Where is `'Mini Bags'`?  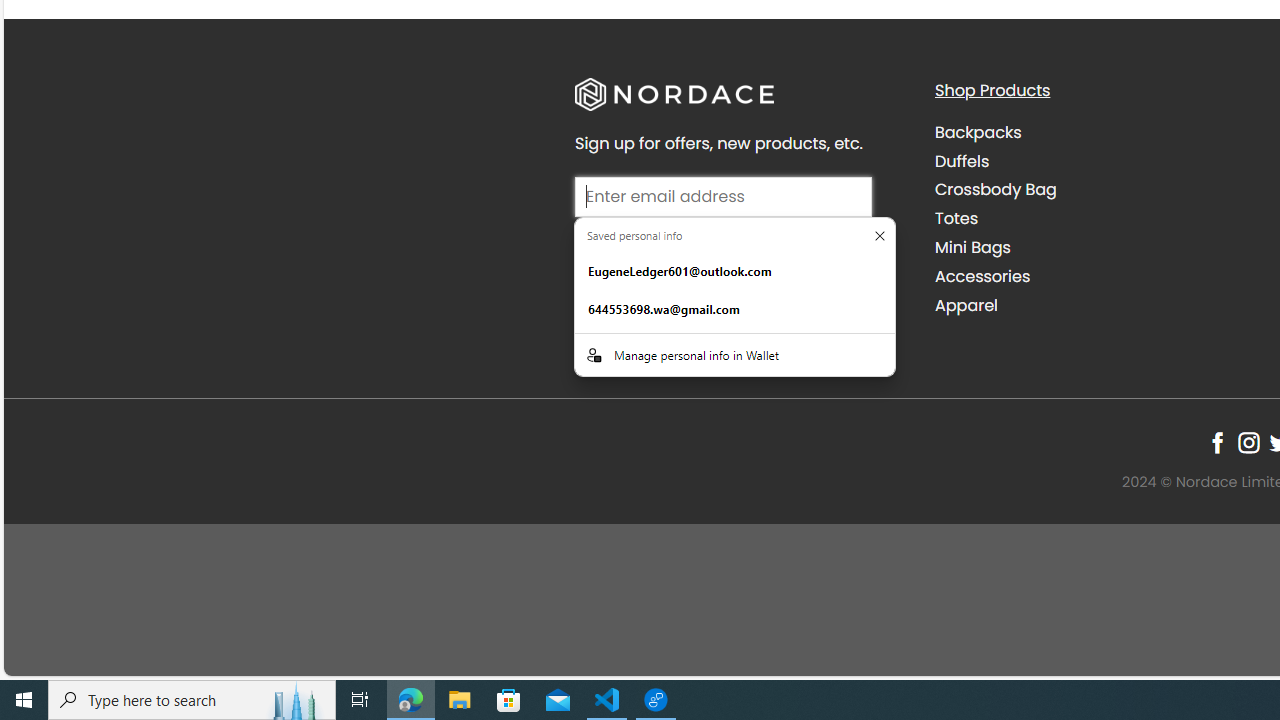 'Mini Bags' is located at coordinates (1098, 246).